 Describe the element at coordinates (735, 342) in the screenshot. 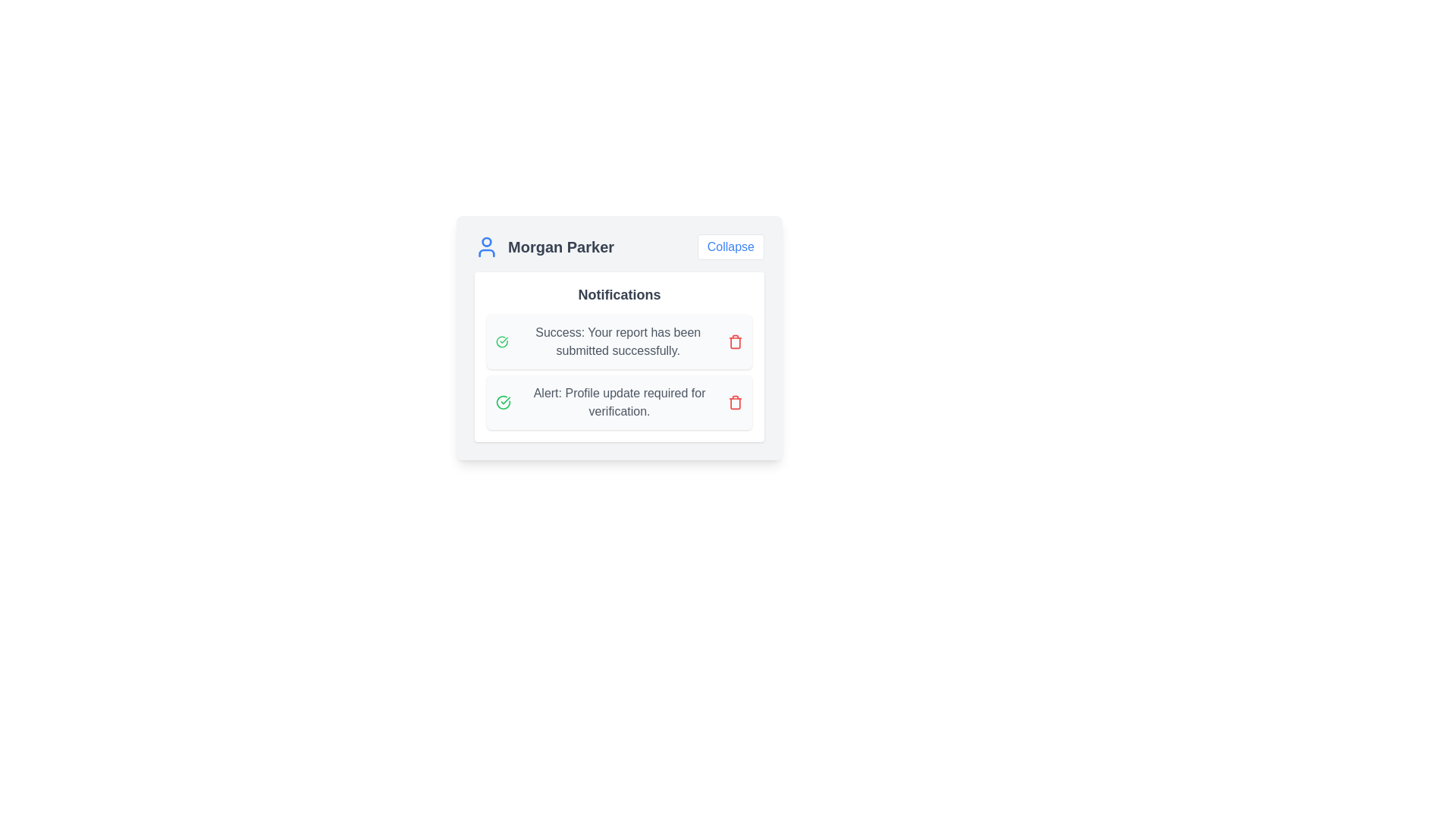

I see `the deletion button located in the upper notification section, adjacent to the notification text for 'Success: Your report has been submitted successfully.'` at that location.